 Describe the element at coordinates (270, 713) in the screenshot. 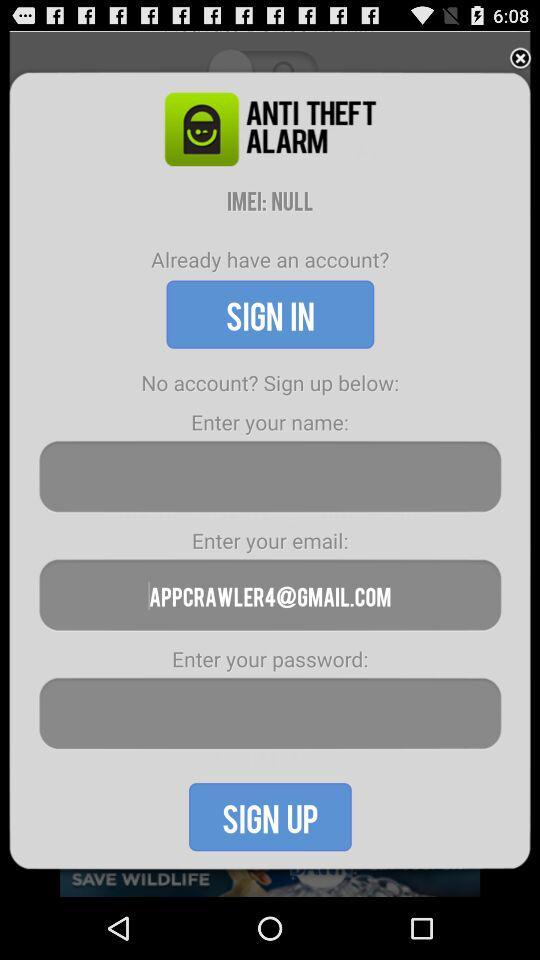

I see `pssword box` at that location.